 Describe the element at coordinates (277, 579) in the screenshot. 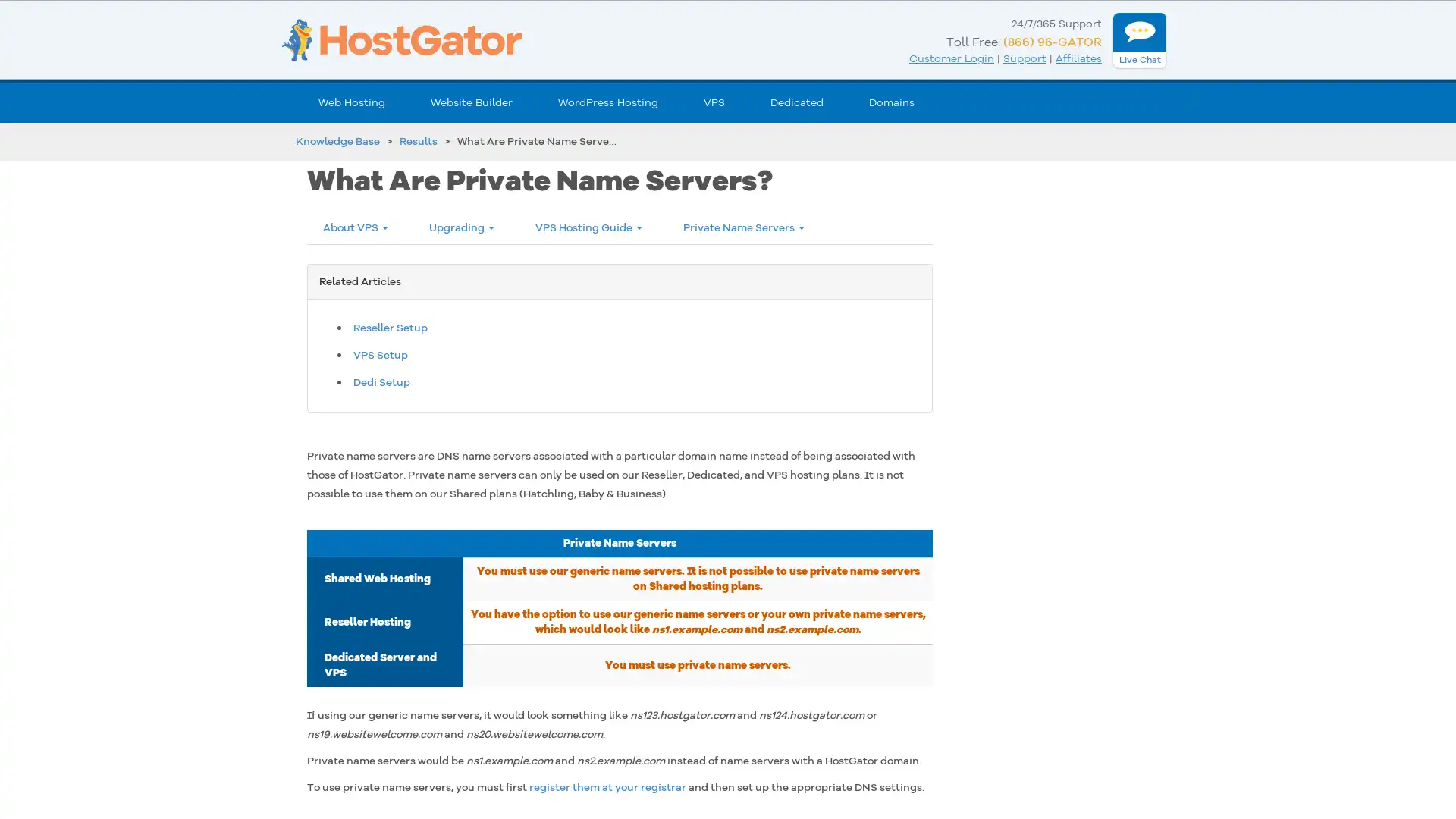

I see `Close` at that location.